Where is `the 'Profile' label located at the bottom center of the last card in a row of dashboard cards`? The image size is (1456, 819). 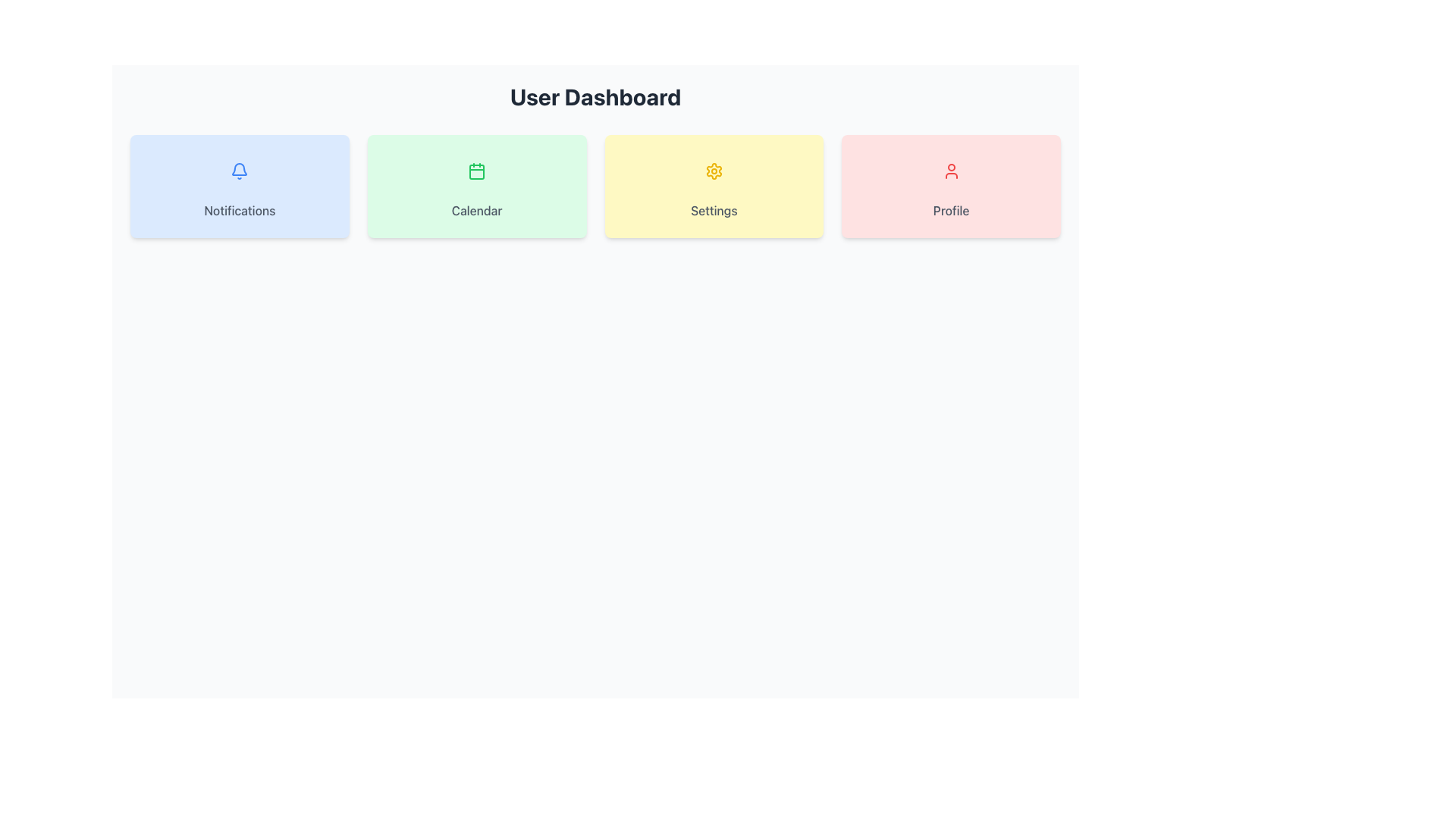
the 'Profile' label located at the bottom center of the last card in a row of dashboard cards is located at coordinates (950, 210).